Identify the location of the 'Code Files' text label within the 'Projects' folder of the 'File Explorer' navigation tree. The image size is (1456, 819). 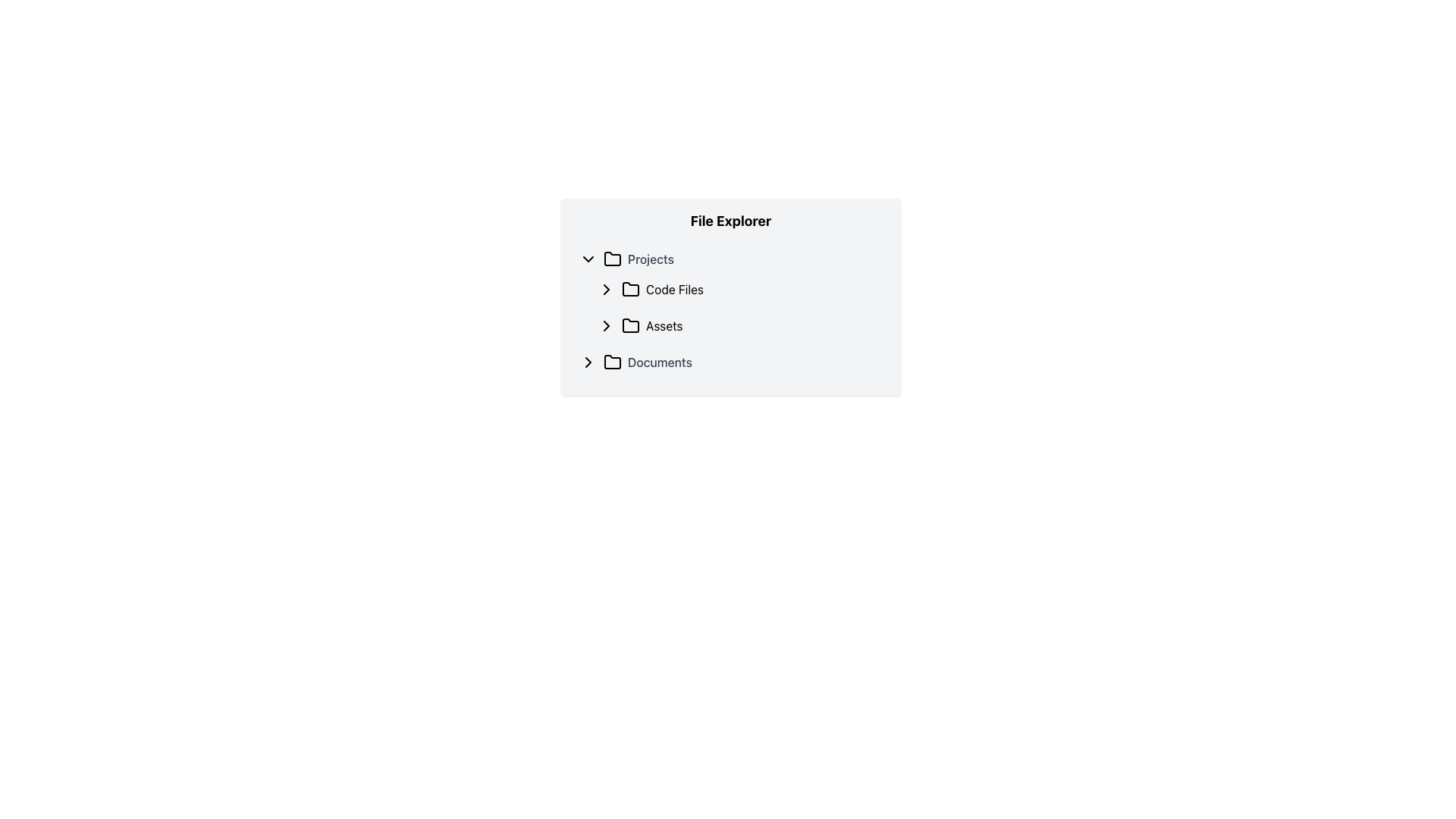
(673, 289).